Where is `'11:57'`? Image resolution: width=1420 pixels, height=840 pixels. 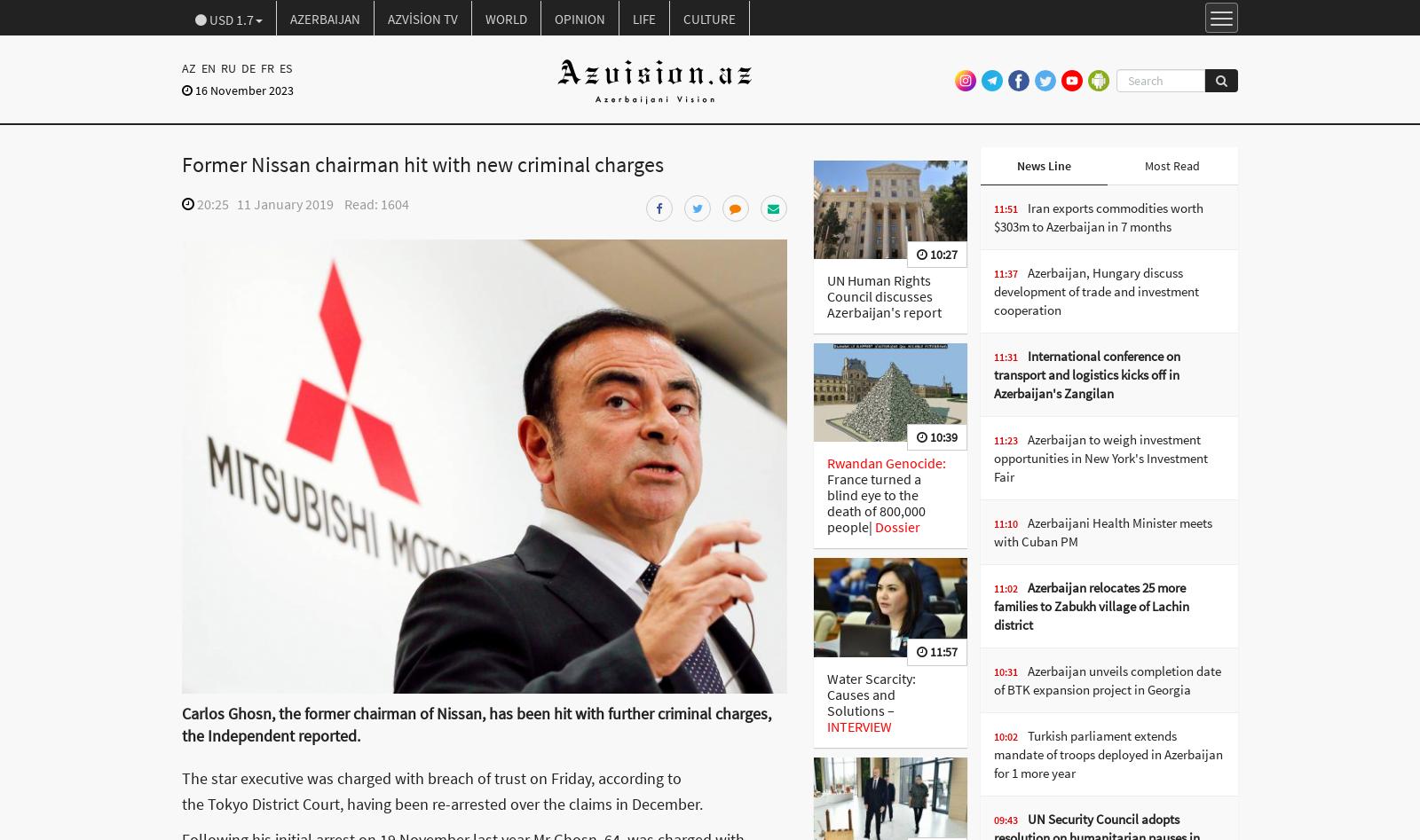 '11:57' is located at coordinates (941, 650).